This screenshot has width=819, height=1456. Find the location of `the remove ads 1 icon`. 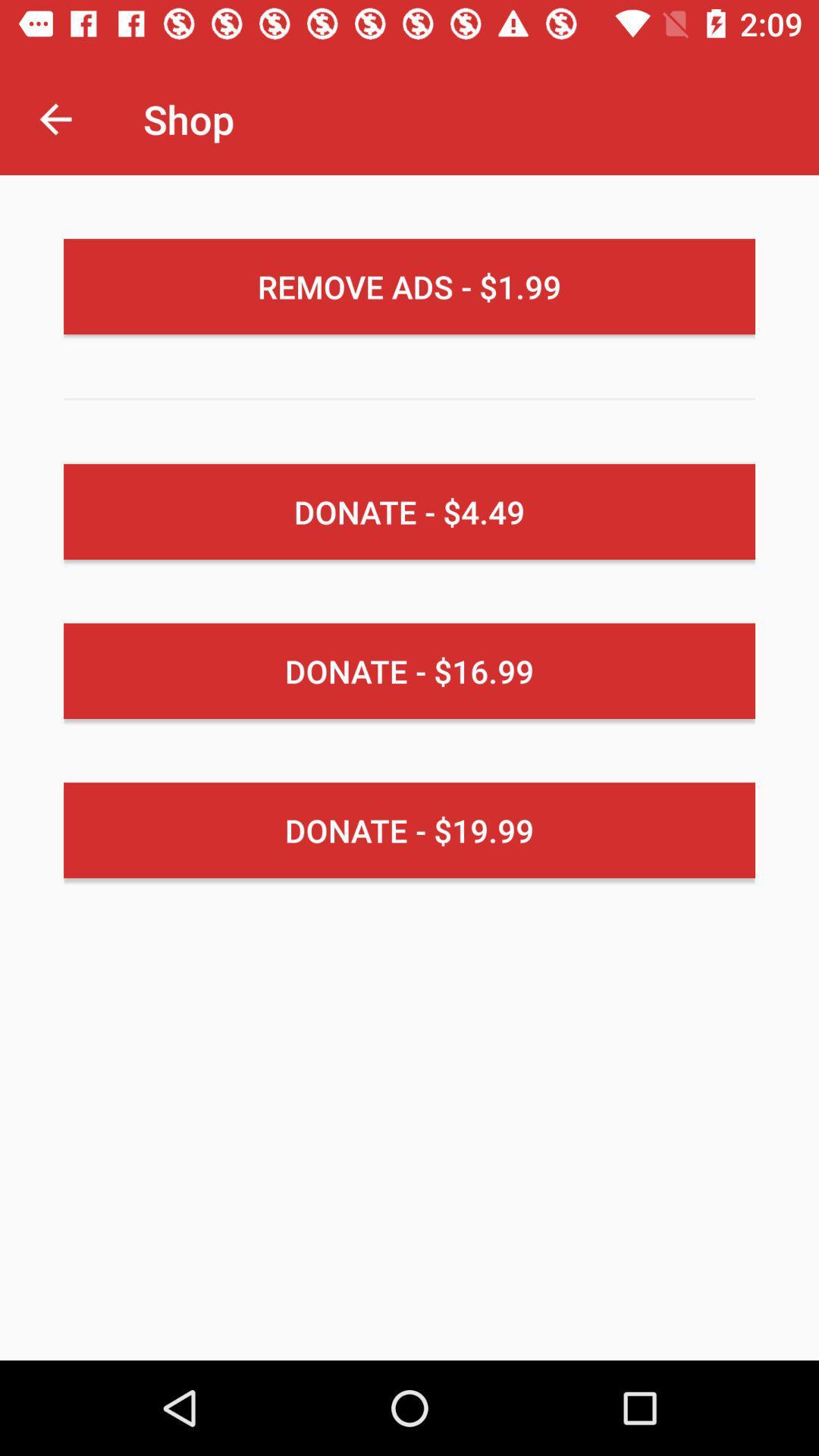

the remove ads 1 icon is located at coordinates (409, 287).